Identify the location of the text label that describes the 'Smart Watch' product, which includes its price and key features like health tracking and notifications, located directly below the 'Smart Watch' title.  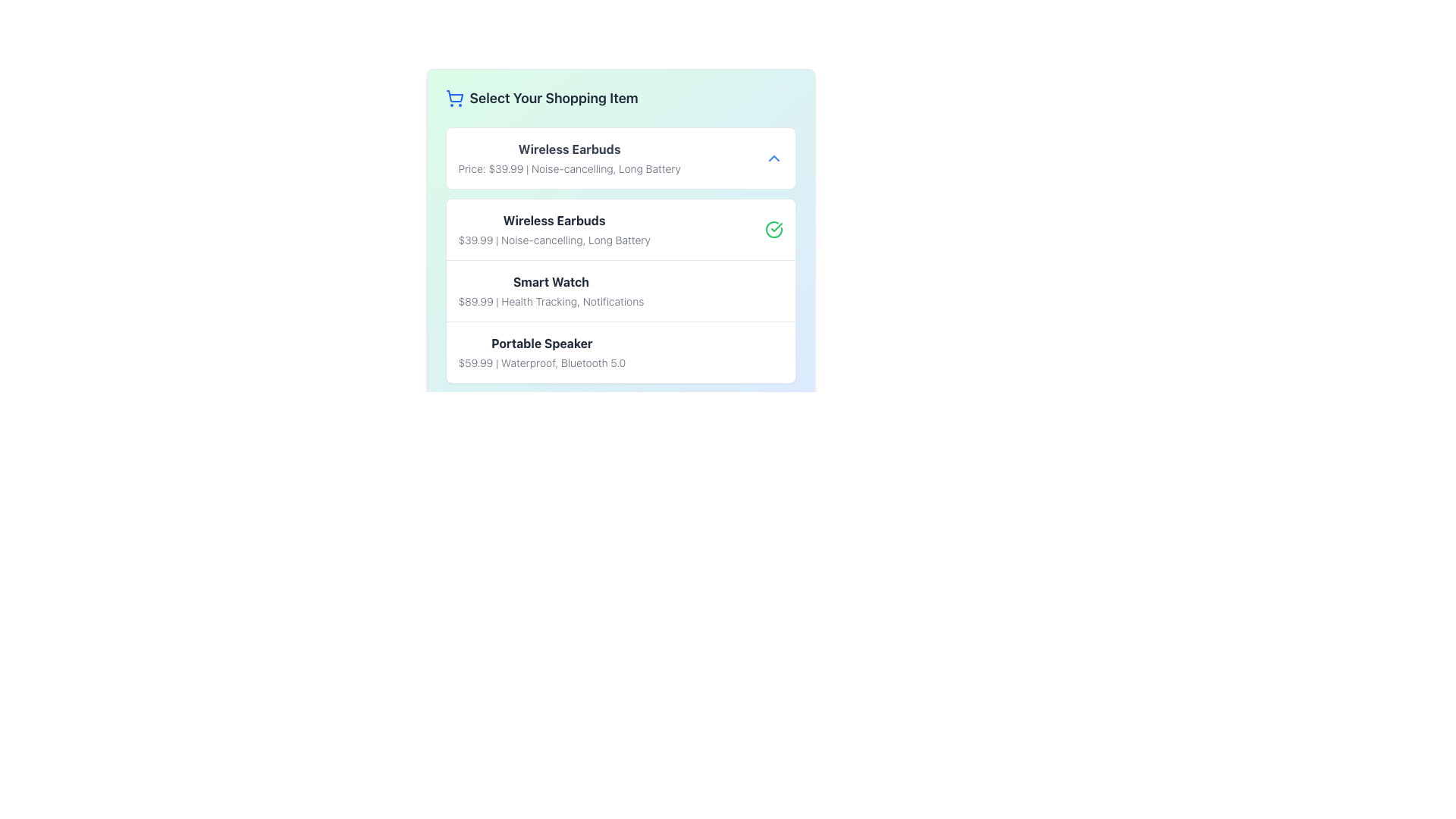
(550, 301).